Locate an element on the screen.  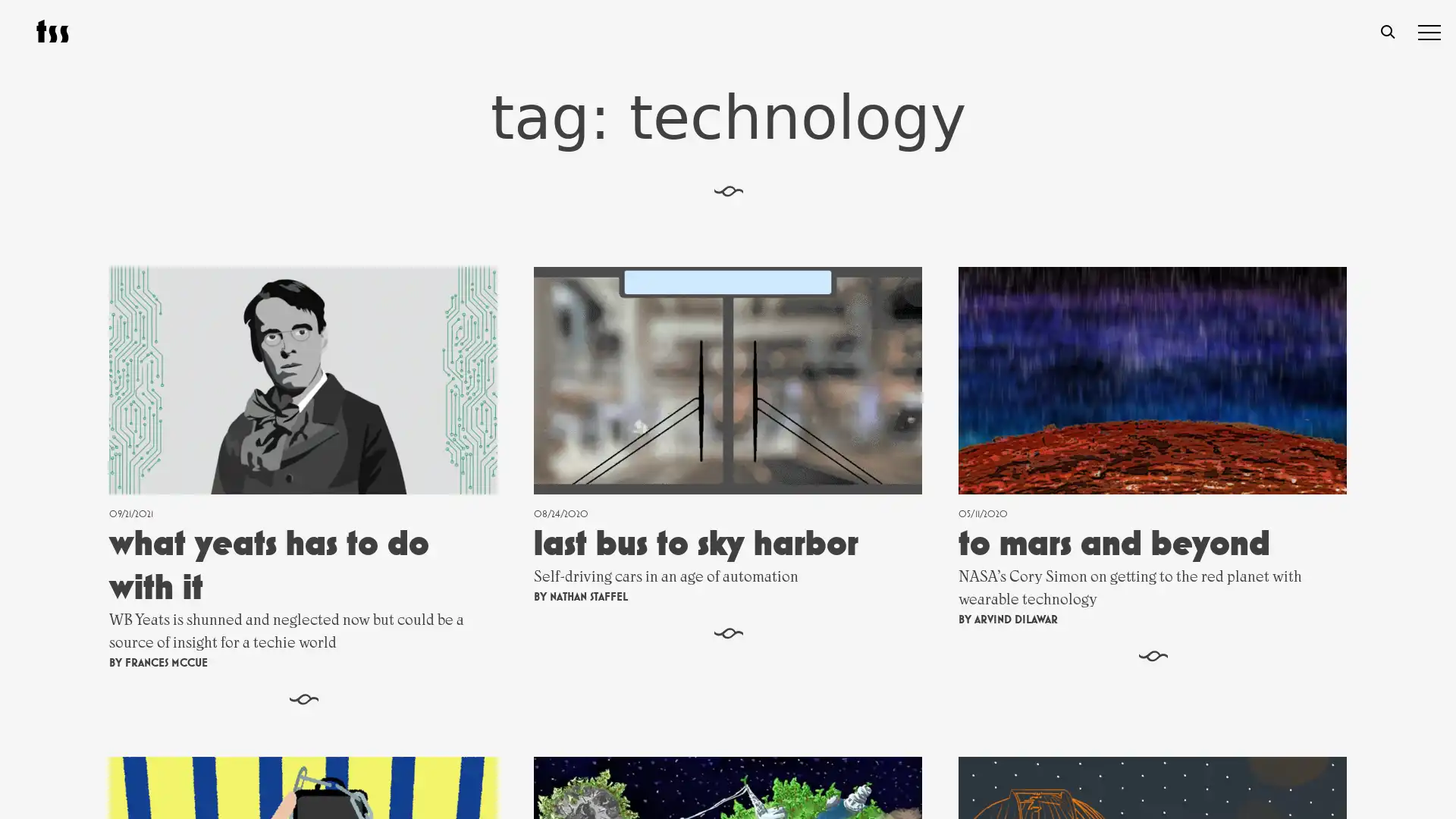
Subscribe is located at coordinates (886, 657).